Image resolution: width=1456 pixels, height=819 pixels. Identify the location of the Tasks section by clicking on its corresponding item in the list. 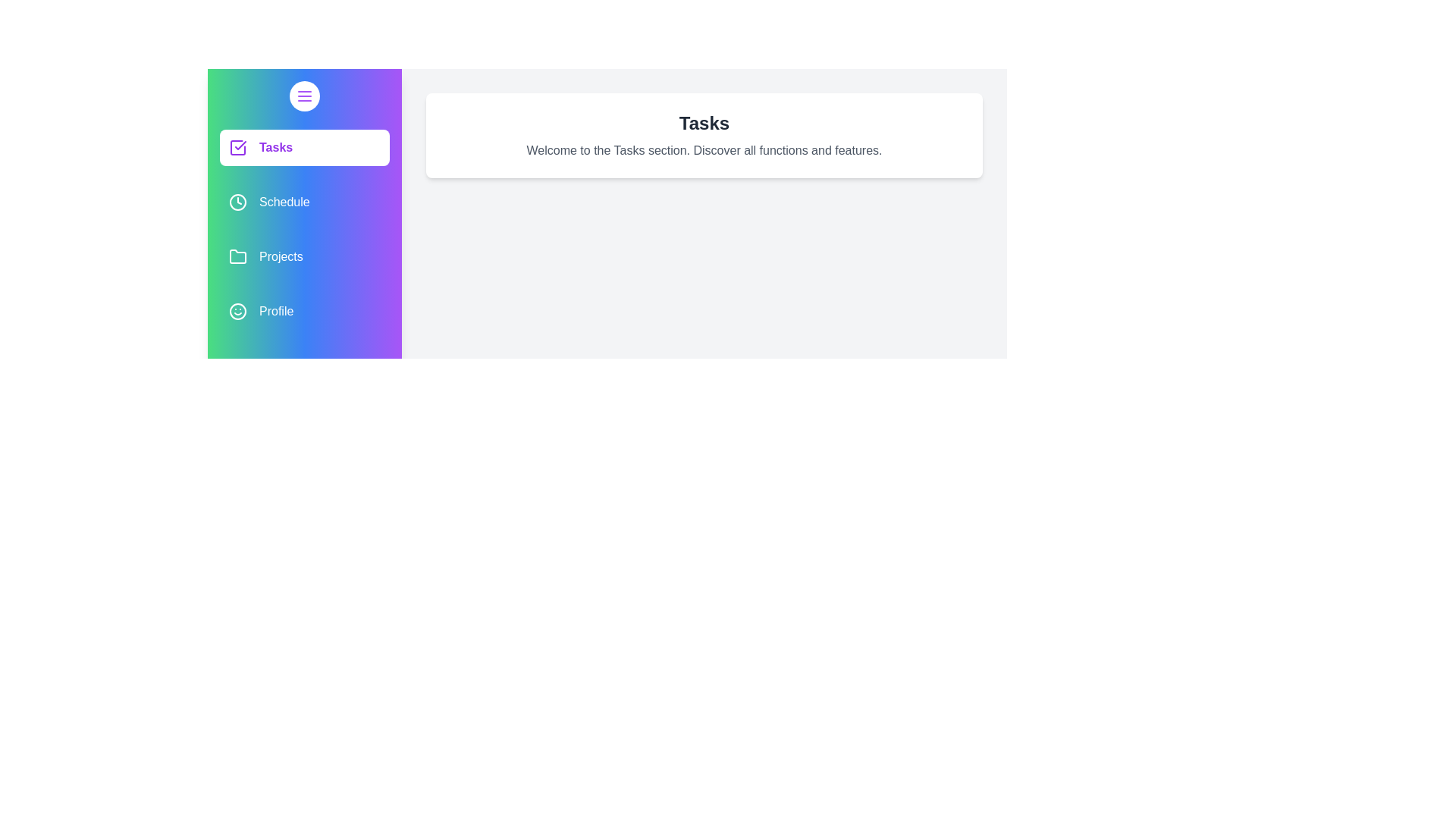
(304, 148).